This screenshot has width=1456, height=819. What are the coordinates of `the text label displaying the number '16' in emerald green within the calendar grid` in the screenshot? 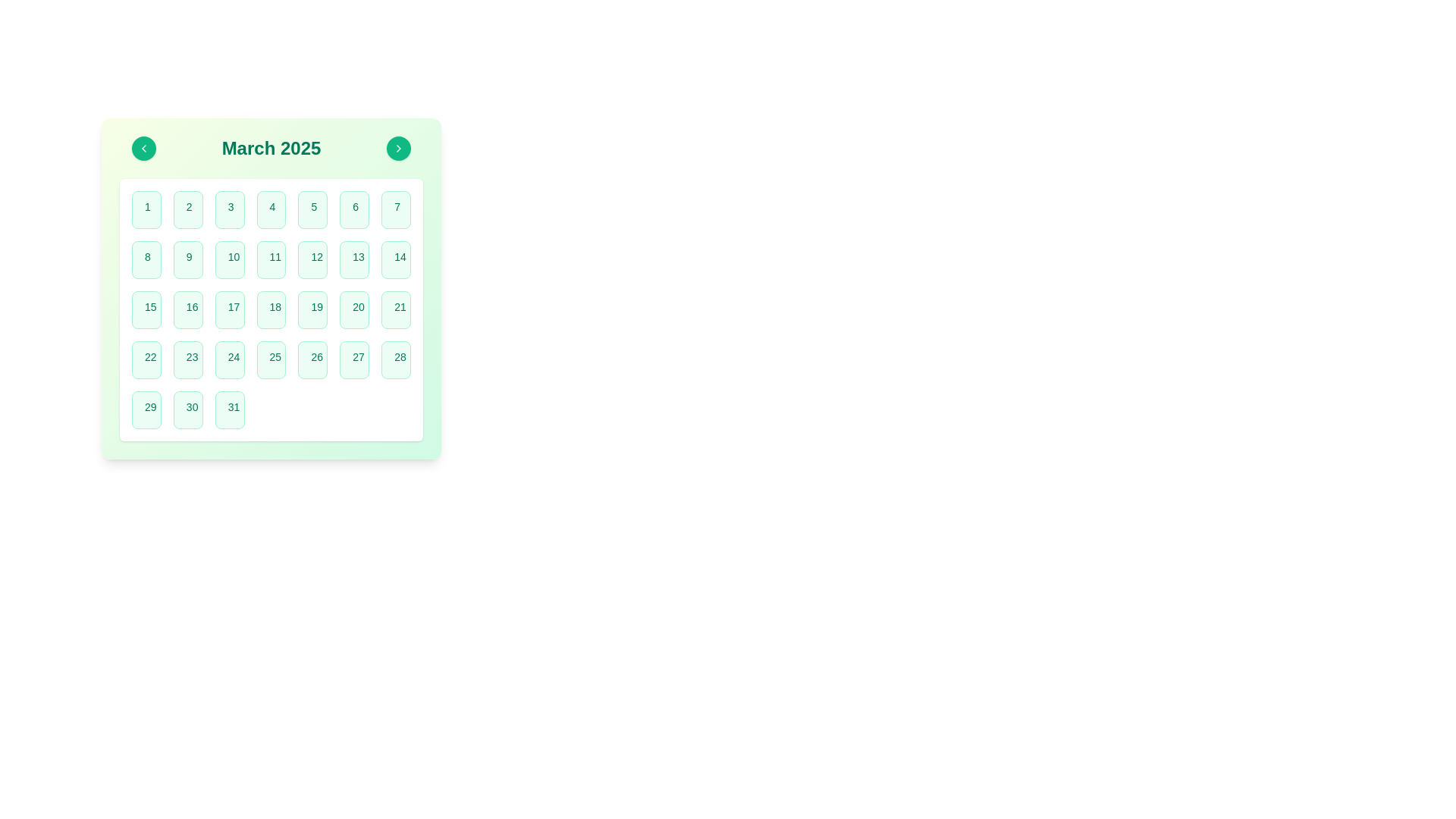 It's located at (191, 307).